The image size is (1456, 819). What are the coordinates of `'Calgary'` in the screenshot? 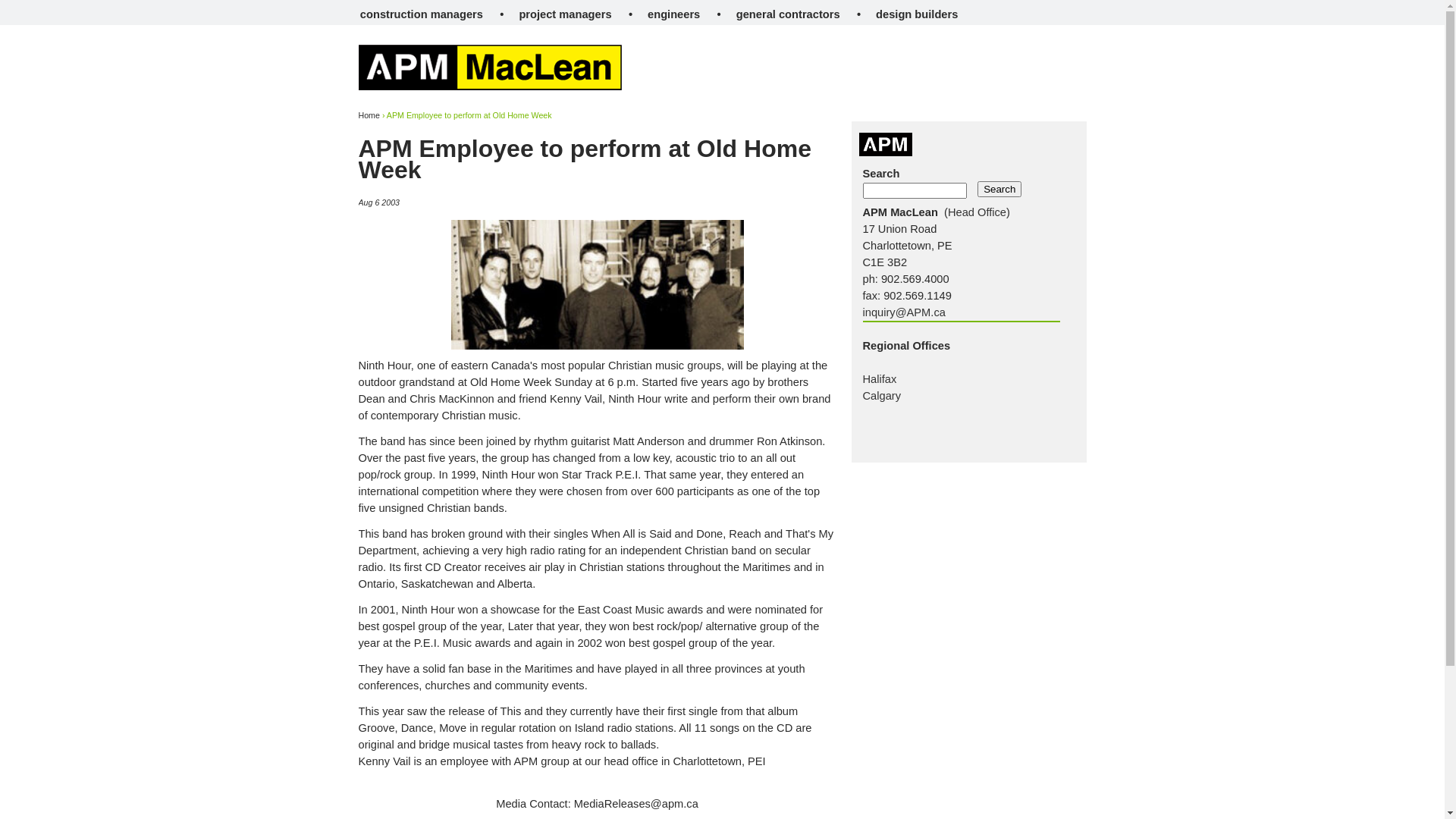 It's located at (882, 394).